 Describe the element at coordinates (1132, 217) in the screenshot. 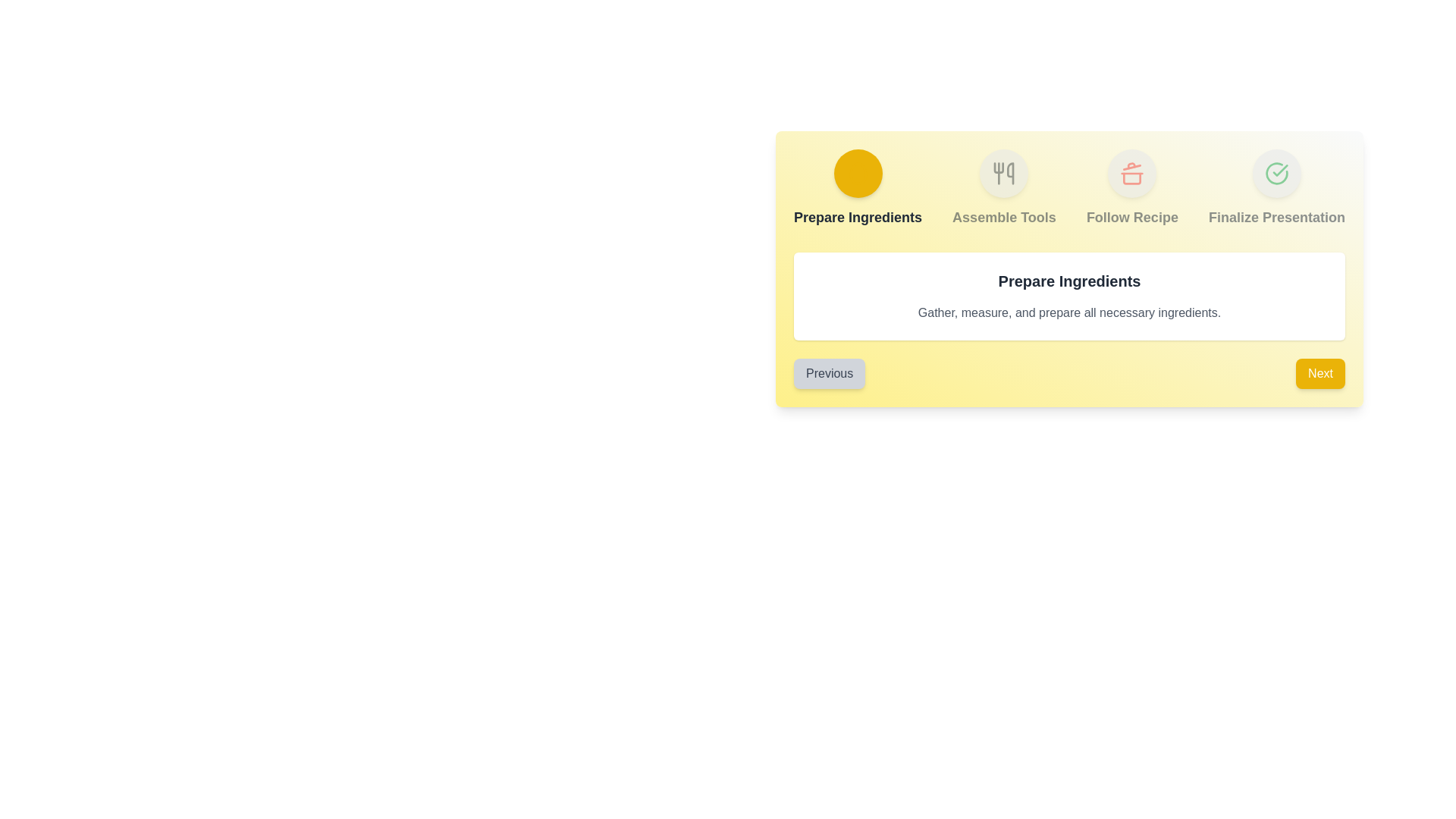

I see `text label displaying 'Follow Recipe' which is positioned below the cooking pot illustration and is part of the instructional sequence` at that location.